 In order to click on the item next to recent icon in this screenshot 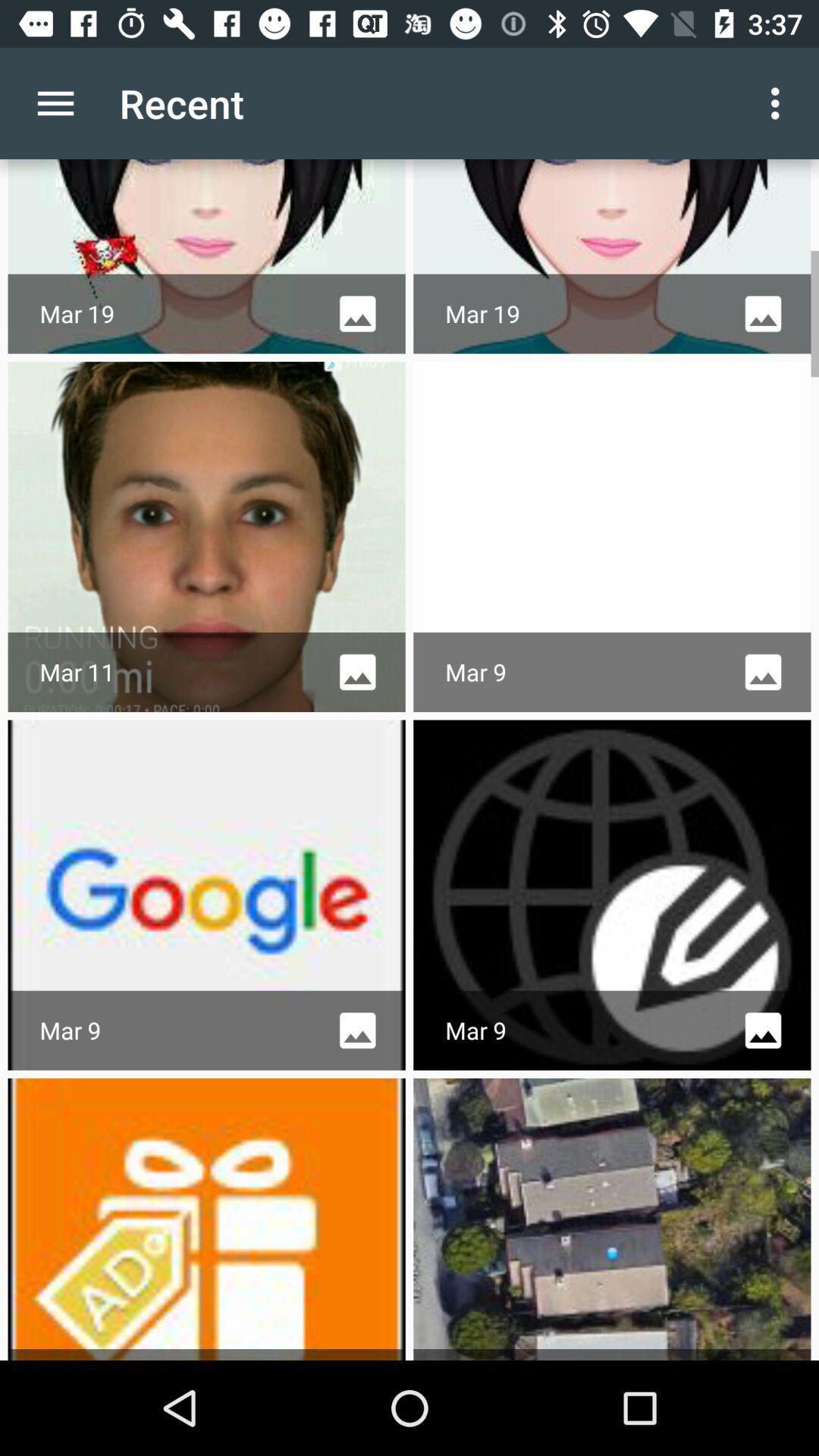, I will do `click(55, 102)`.